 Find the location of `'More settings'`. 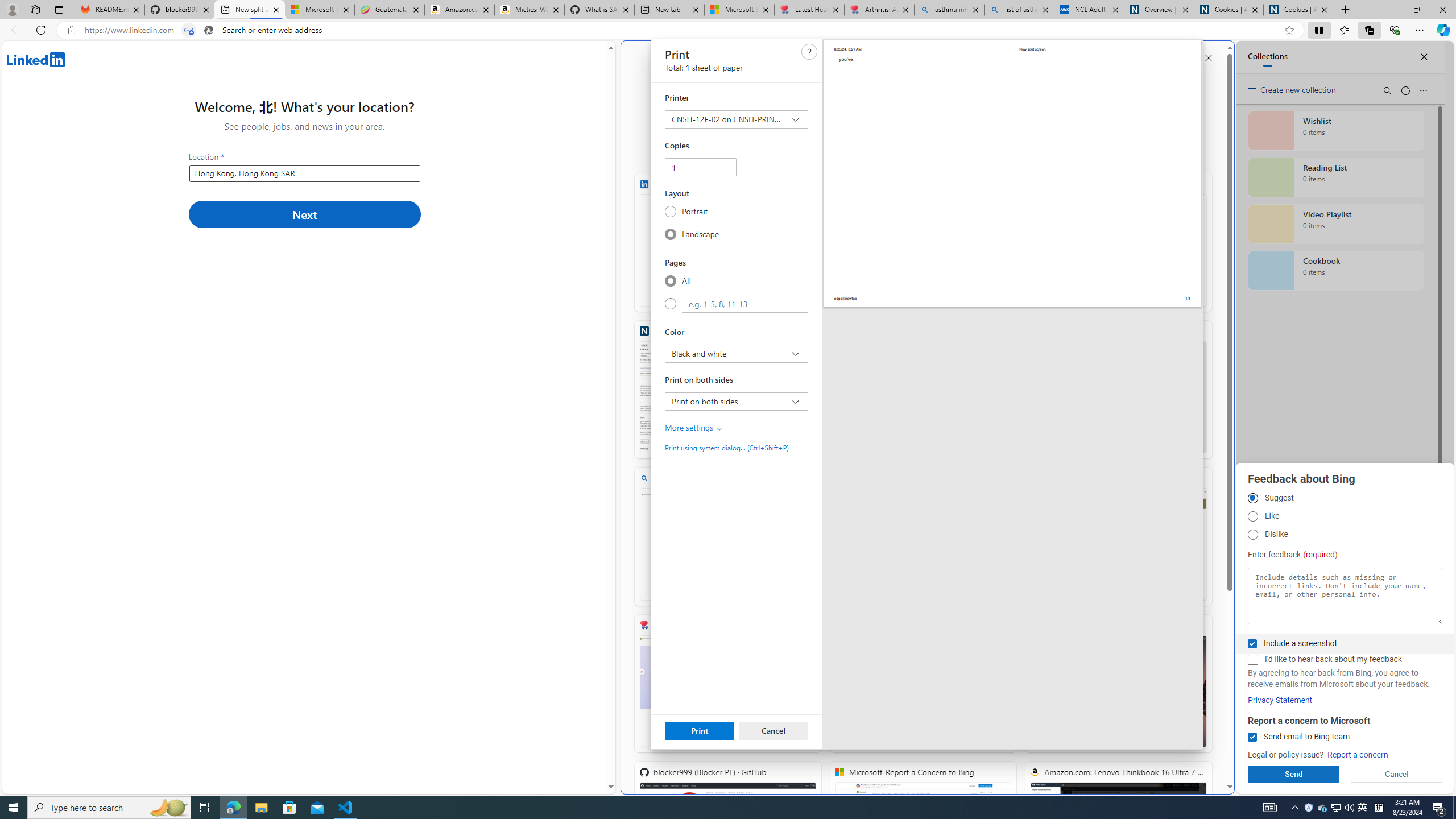

'More settings' is located at coordinates (694, 427).